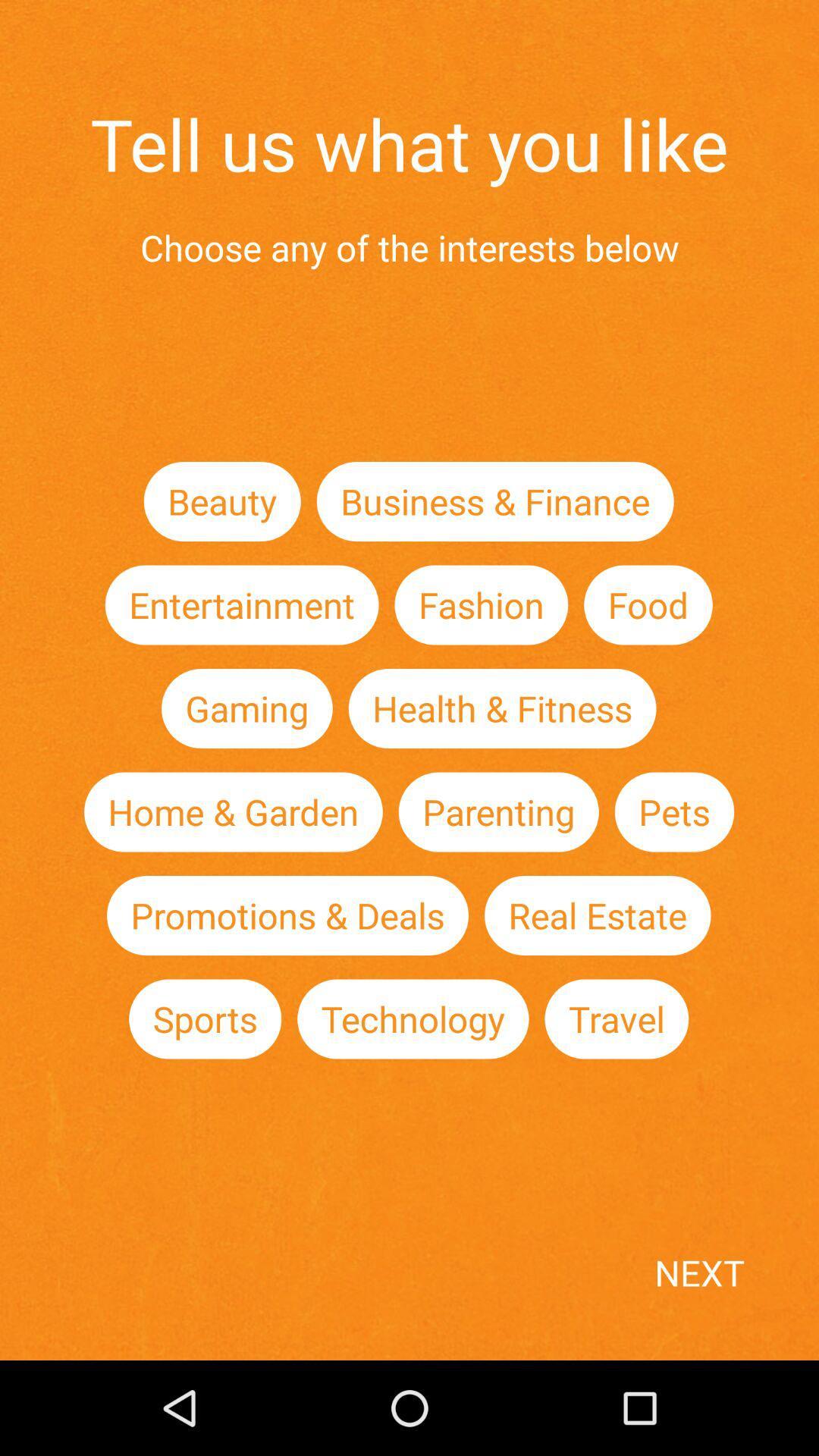  I want to click on the item to the right of the beauty icon, so click(495, 501).